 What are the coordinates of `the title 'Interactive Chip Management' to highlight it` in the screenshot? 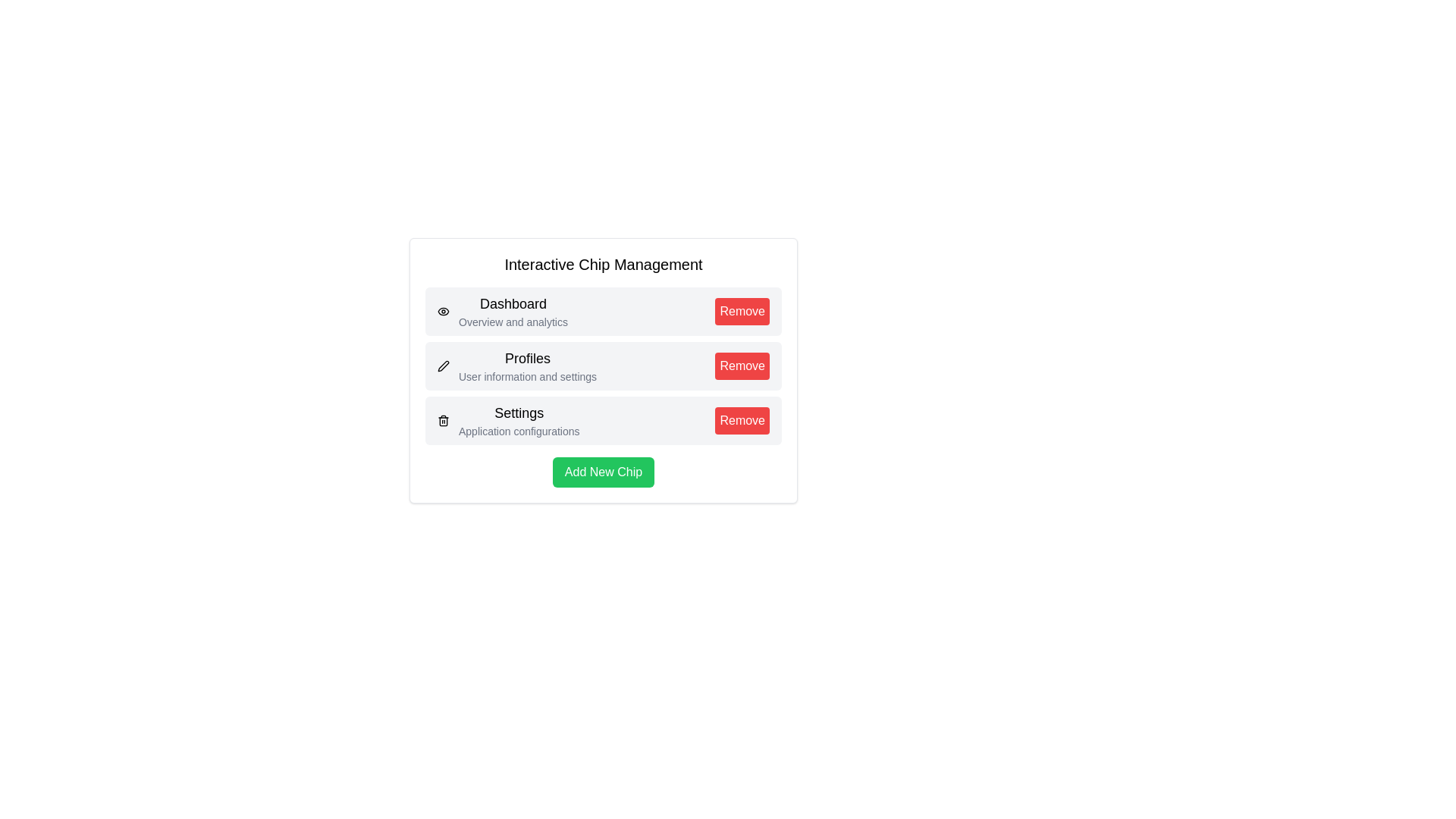 It's located at (603, 263).